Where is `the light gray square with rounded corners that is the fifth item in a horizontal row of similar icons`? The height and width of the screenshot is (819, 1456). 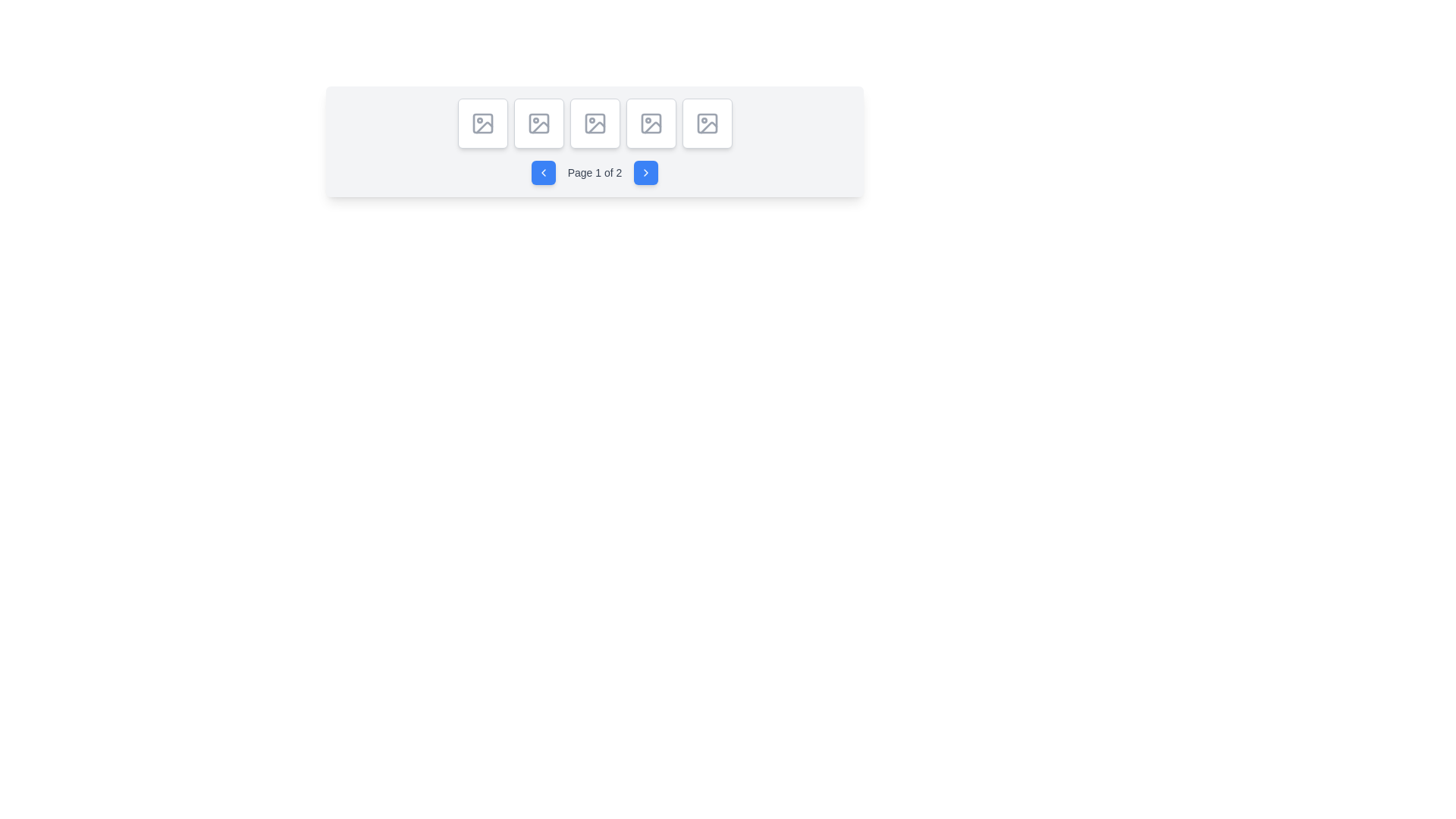 the light gray square with rounded corners that is the fifth item in a horizontal row of similar icons is located at coordinates (706, 122).